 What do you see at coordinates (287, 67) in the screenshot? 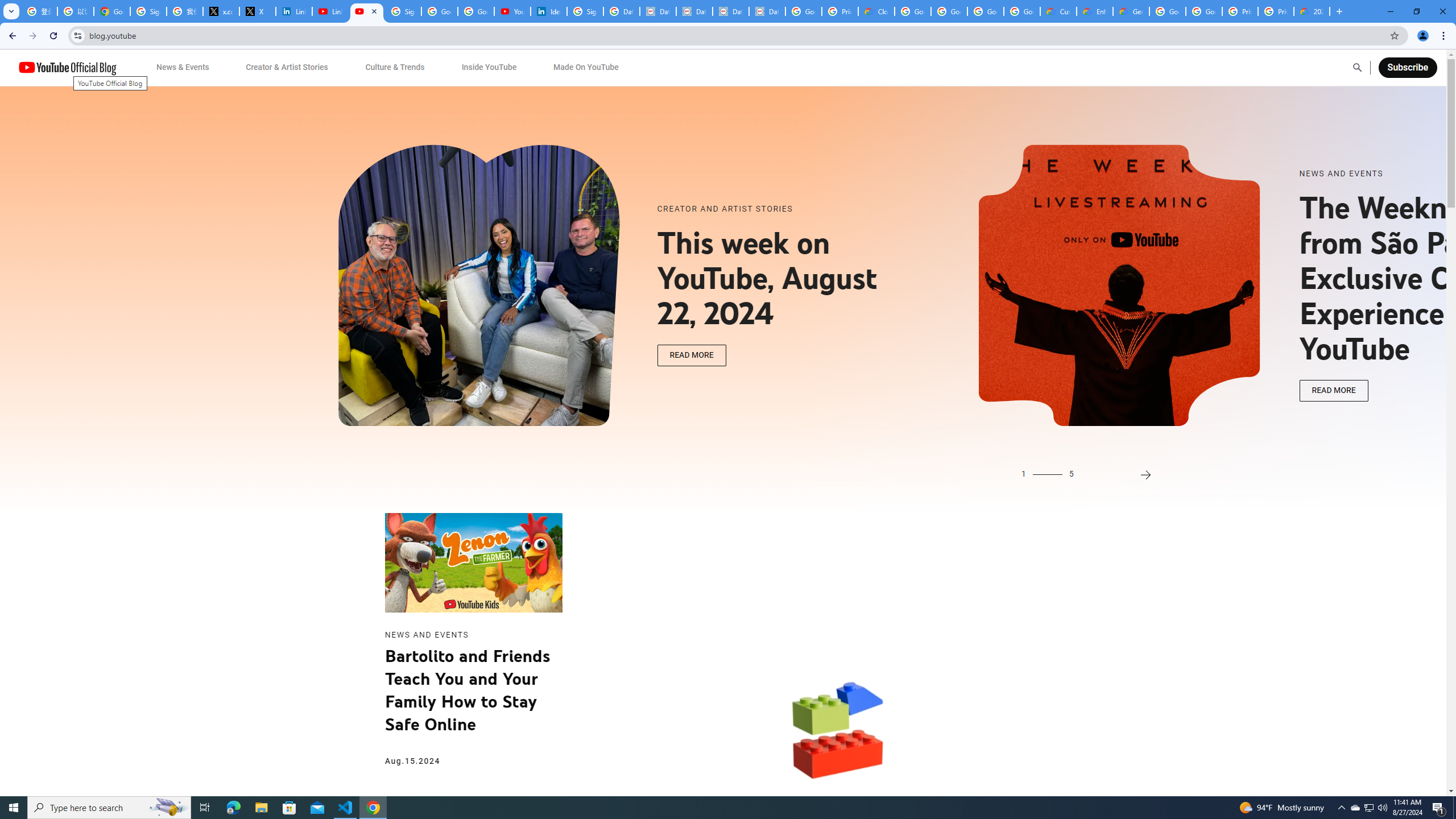
I see `'Creator & Artist Stories'` at bounding box center [287, 67].